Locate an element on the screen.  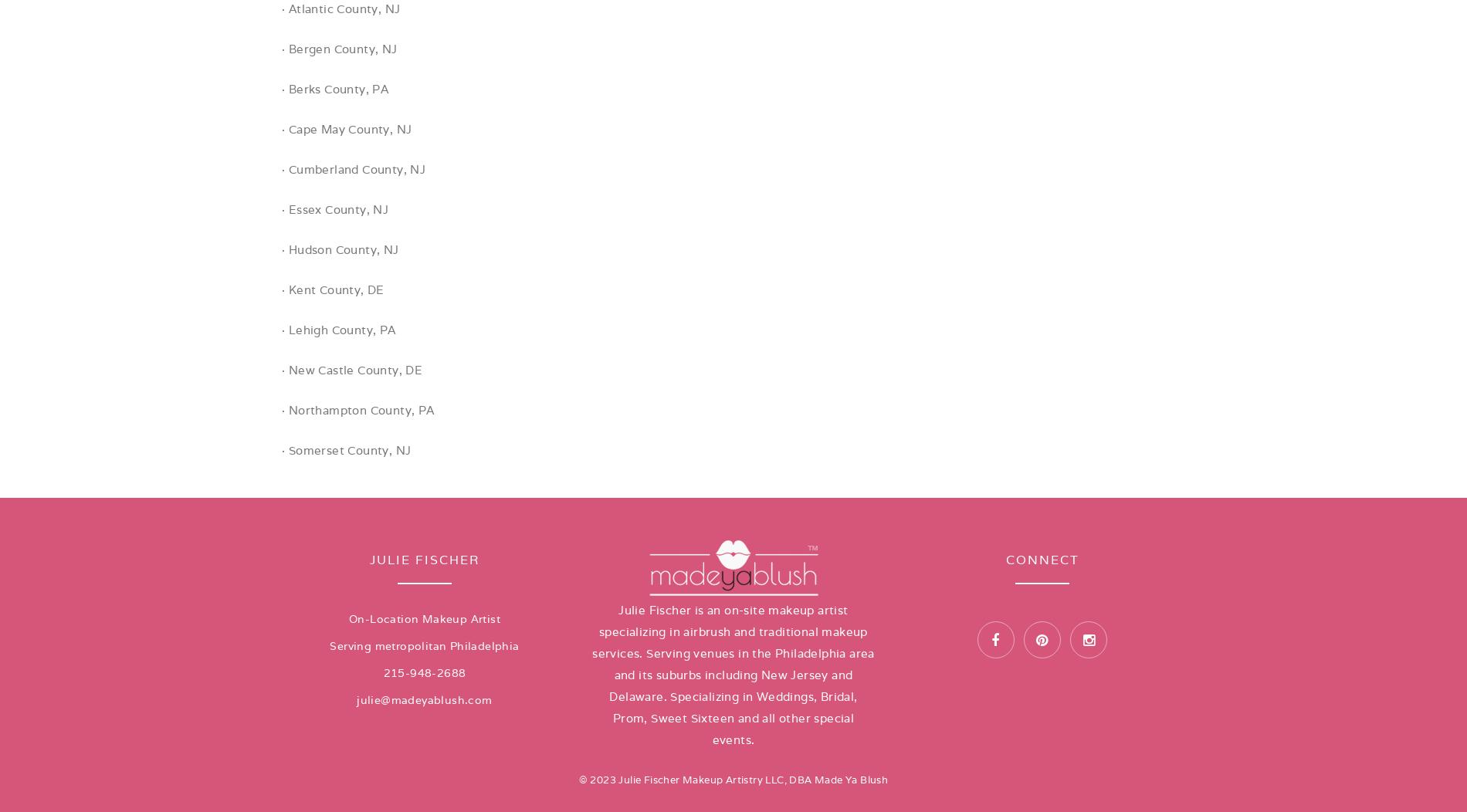
'· Cumberland County, NJ' is located at coordinates (353, 169).